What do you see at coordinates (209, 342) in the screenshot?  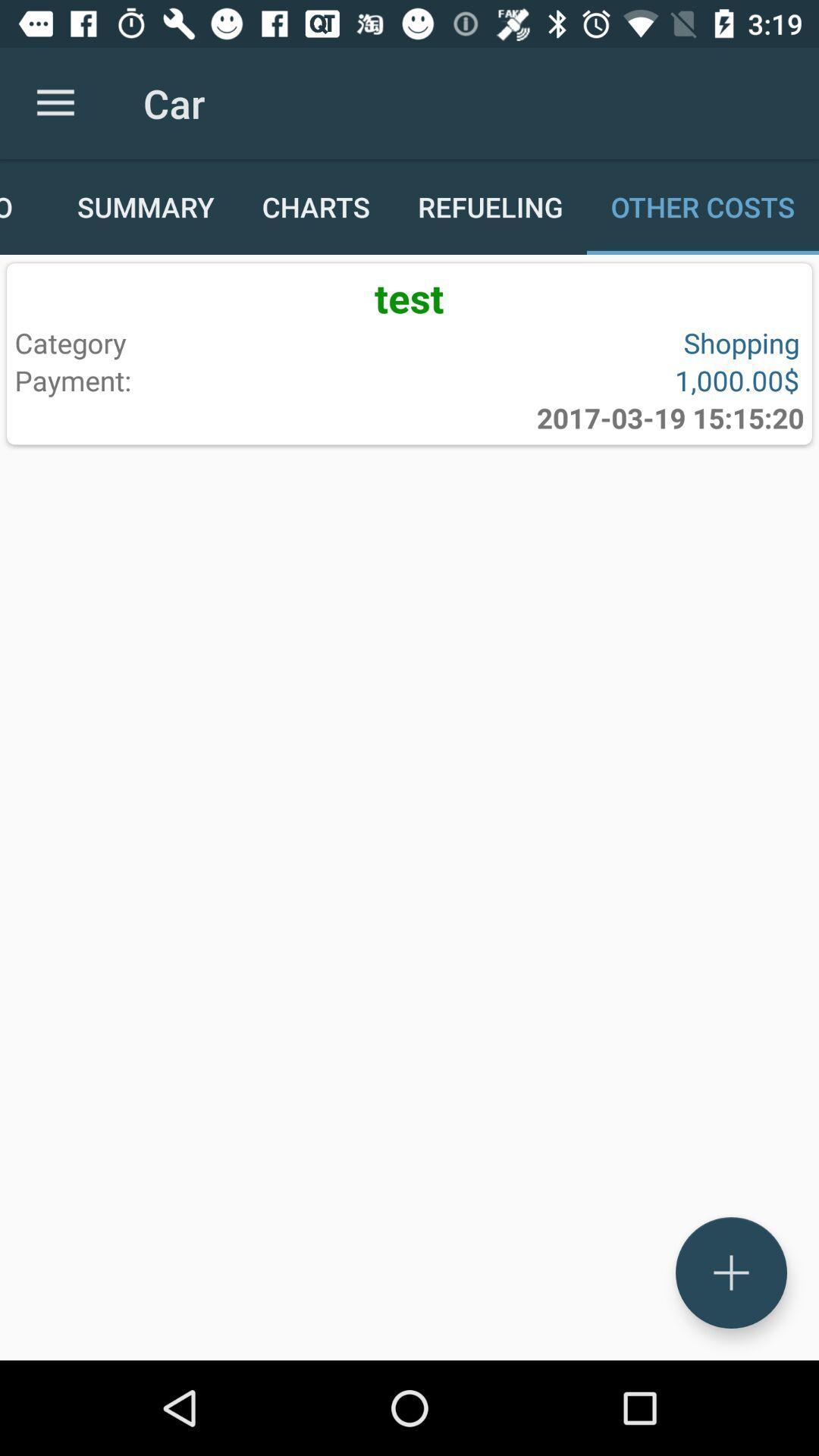 I see `icon above the payment: icon` at bounding box center [209, 342].